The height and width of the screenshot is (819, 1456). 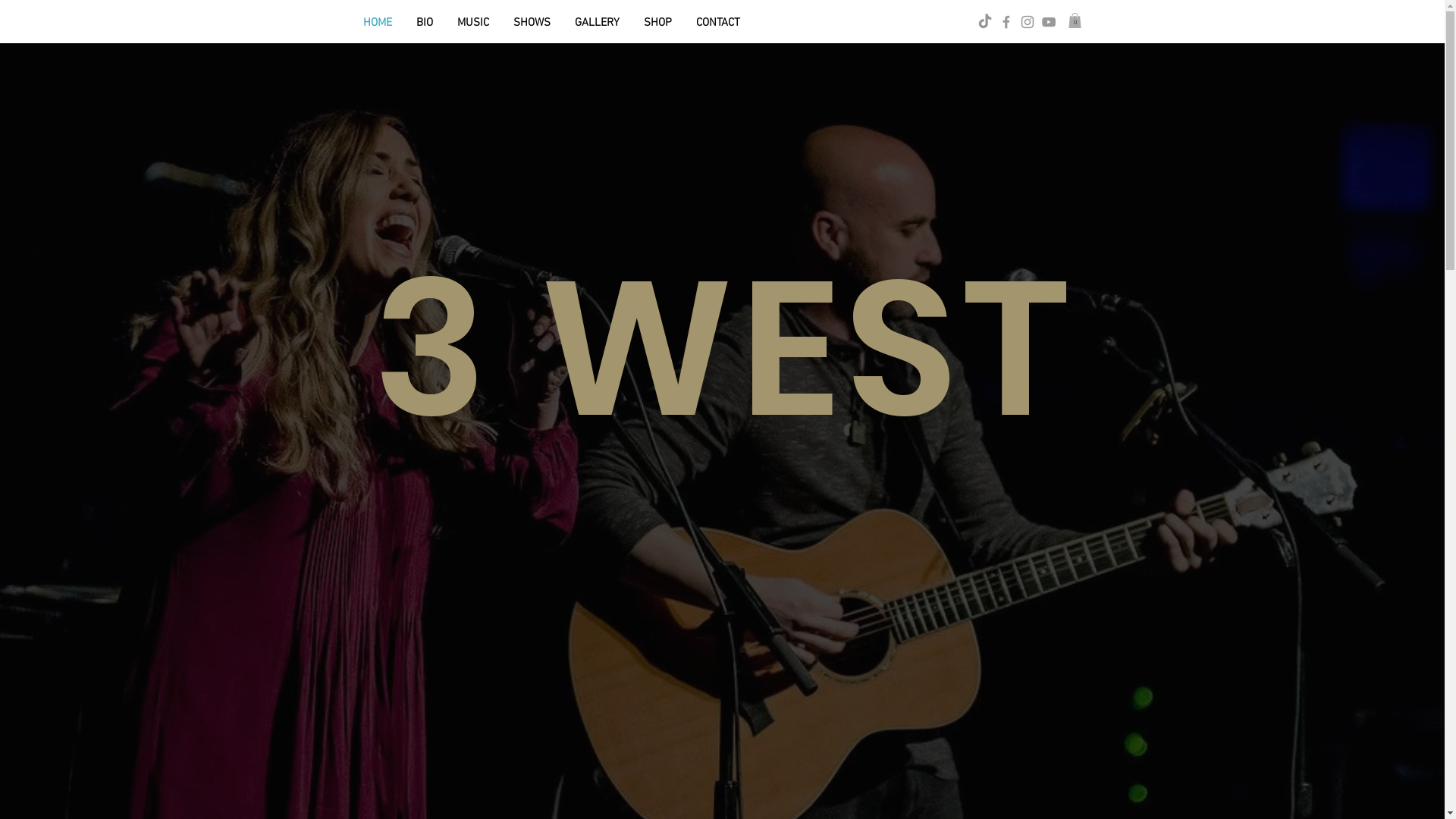 I want to click on 'SHOP', so click(x=630, y=23).